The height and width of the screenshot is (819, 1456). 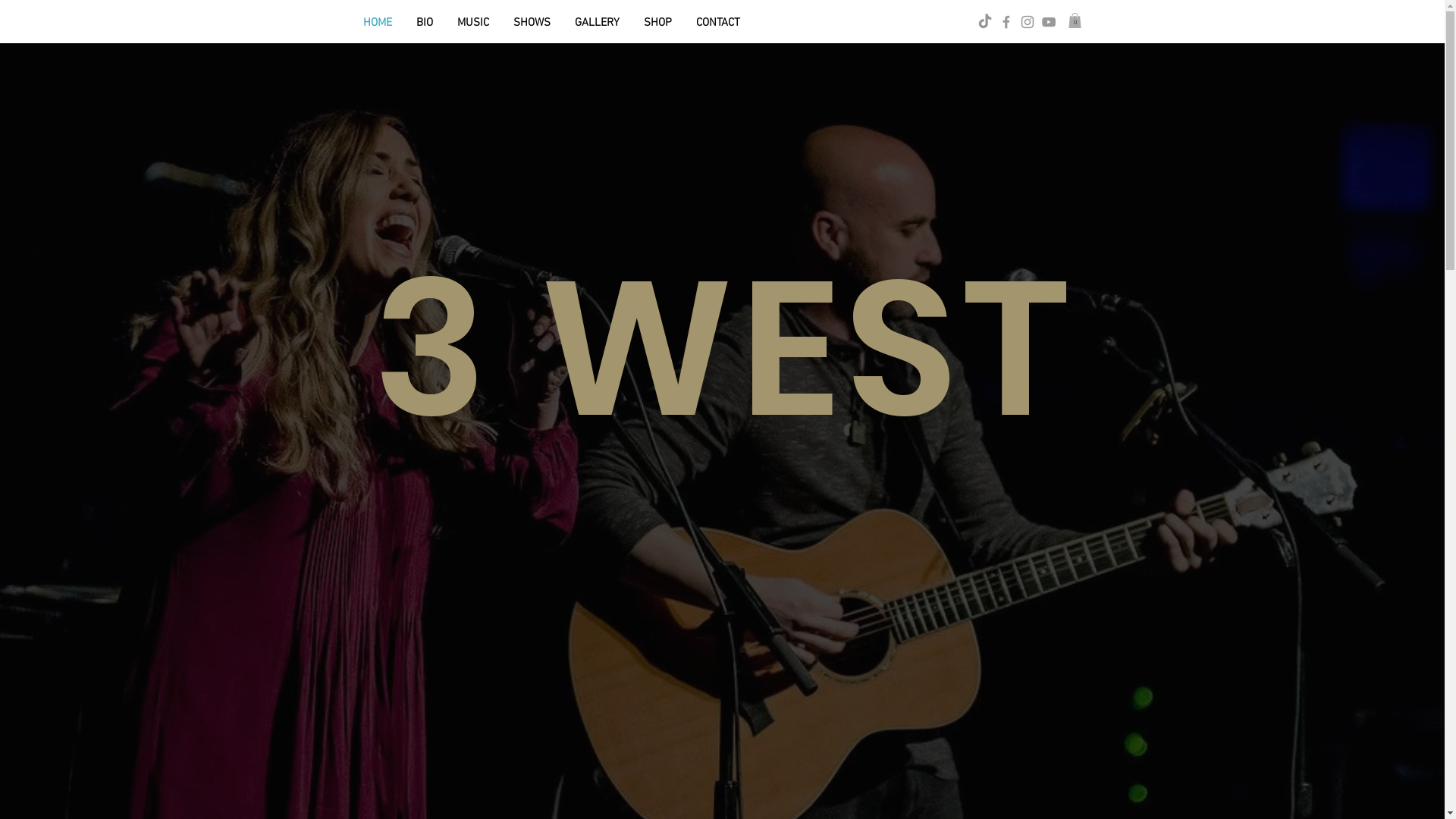 I want to click on 'SHOP', so click(x=630, y=23).